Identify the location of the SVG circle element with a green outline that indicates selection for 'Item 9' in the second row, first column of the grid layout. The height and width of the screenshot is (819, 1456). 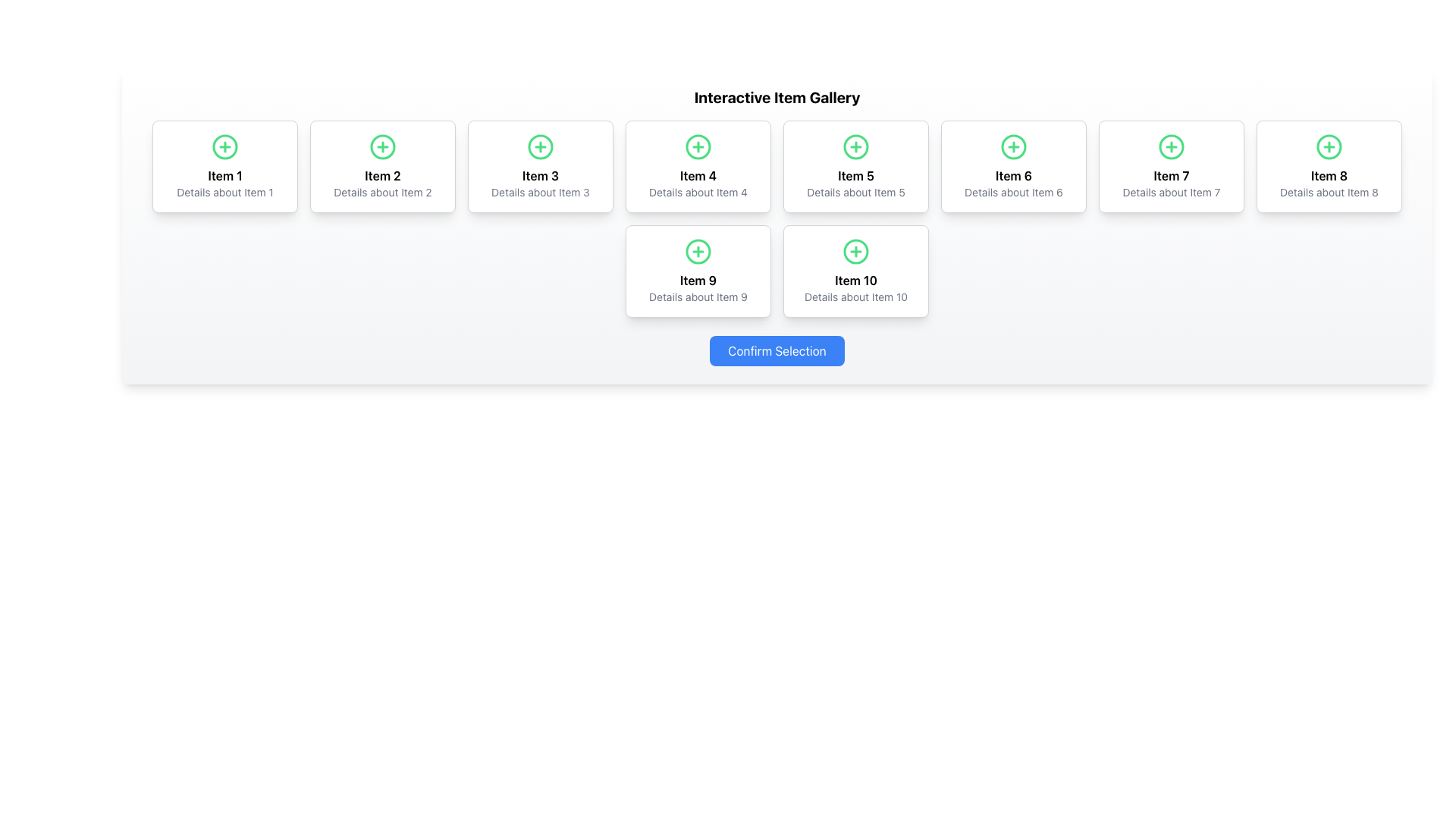
(698, 250).